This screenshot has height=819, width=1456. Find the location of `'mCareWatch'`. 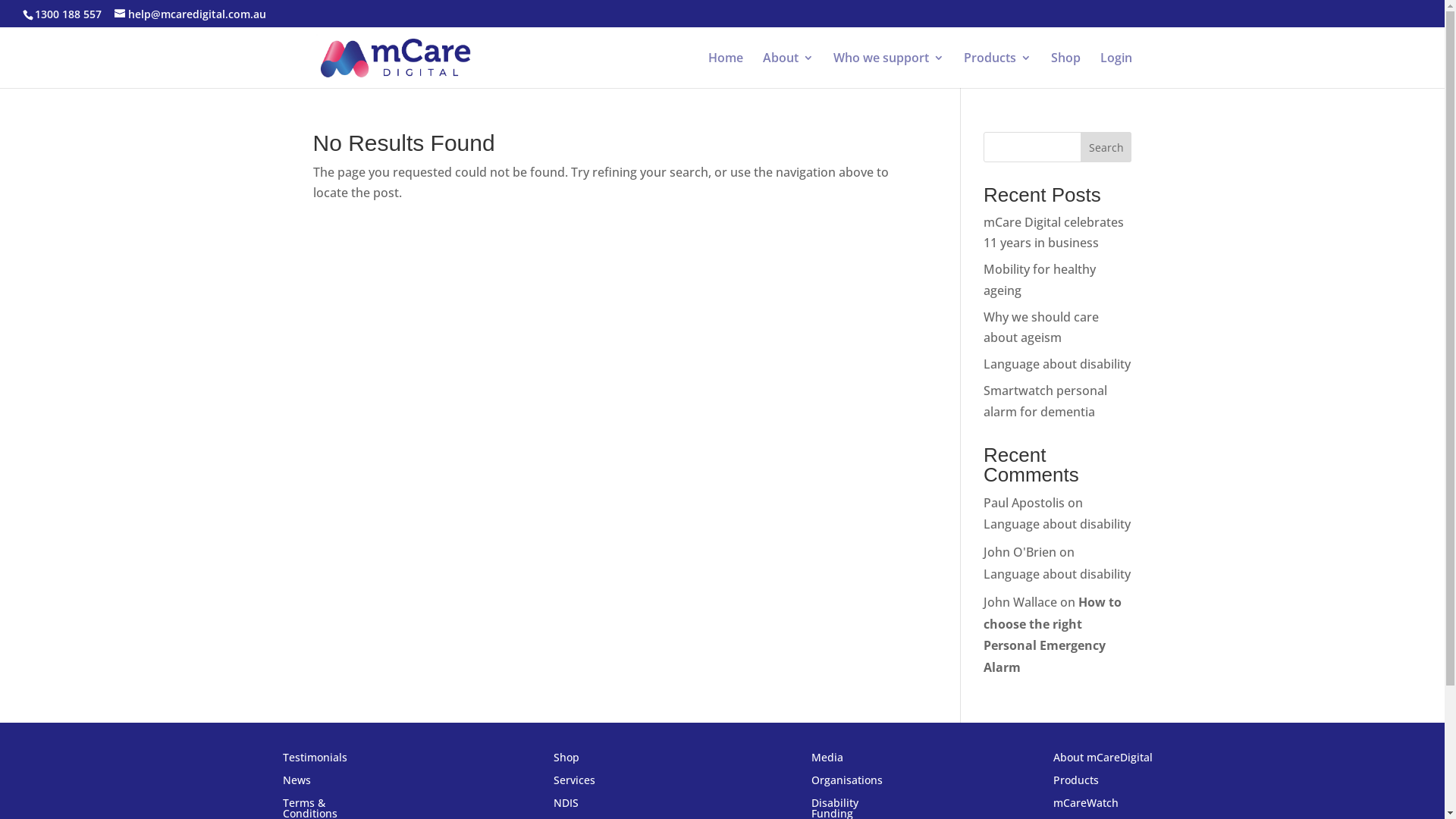

'mCareWatch' is located at coordinates (1084, 805).